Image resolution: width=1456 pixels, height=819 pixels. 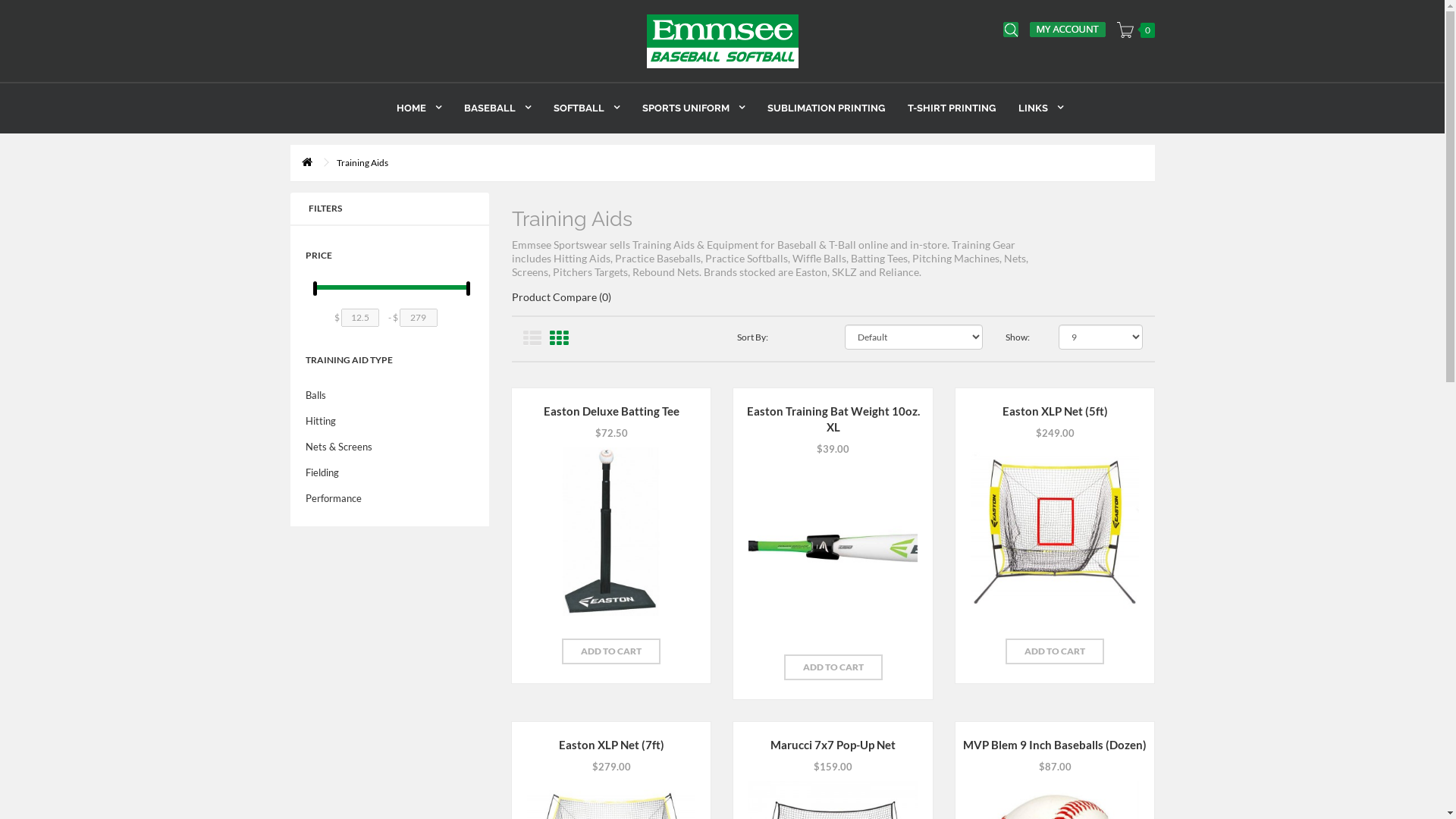 What do you see at coordinates (685, 107) in the screenshot?
I see `'SPORTS UNIFORM'` at bounding box center [685, 107].